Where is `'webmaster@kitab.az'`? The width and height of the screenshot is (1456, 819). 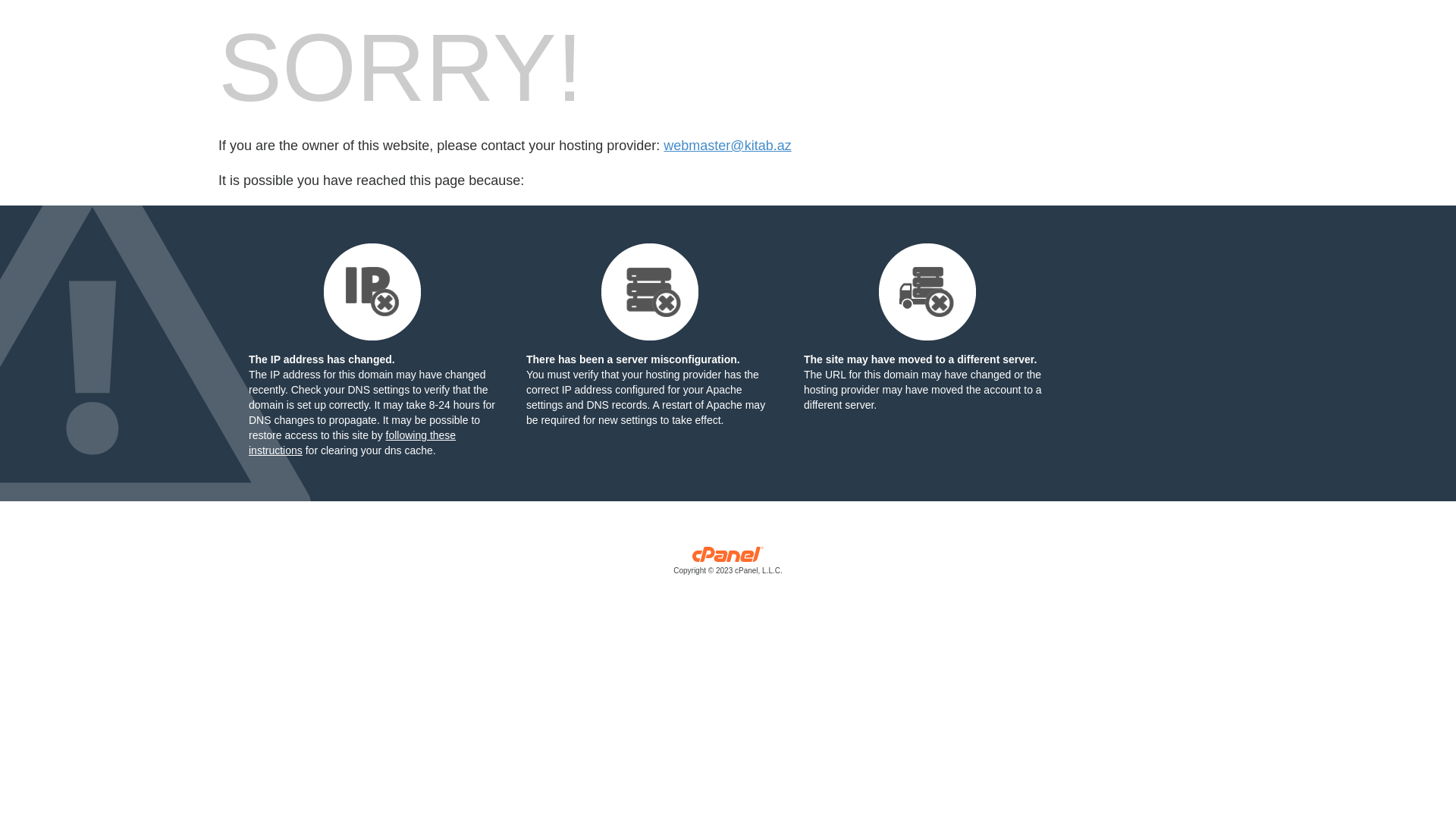
'webmaster@kitab.az' is located at coordinates (726, 146).